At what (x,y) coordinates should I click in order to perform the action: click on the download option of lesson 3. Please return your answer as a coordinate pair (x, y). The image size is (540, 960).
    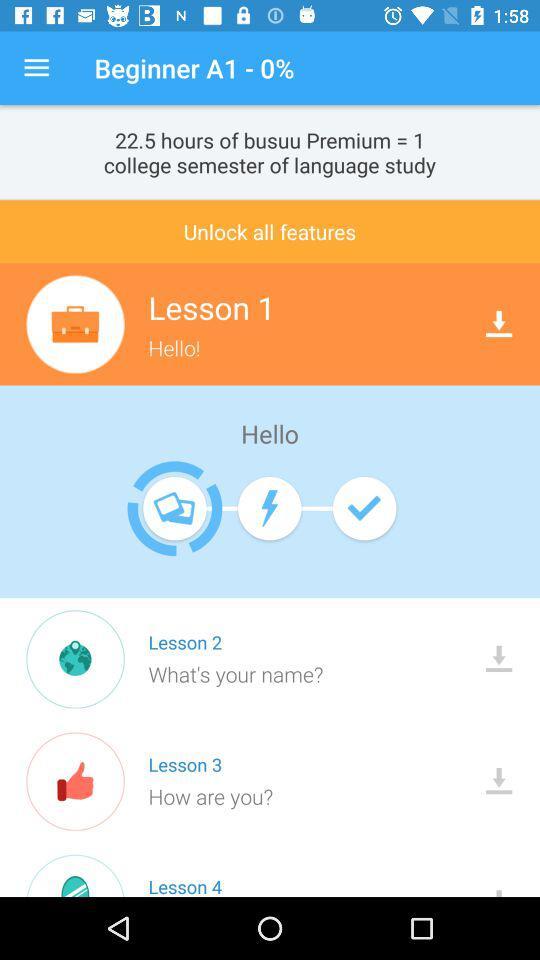
    Looking at the image, I should click on (498, 779).